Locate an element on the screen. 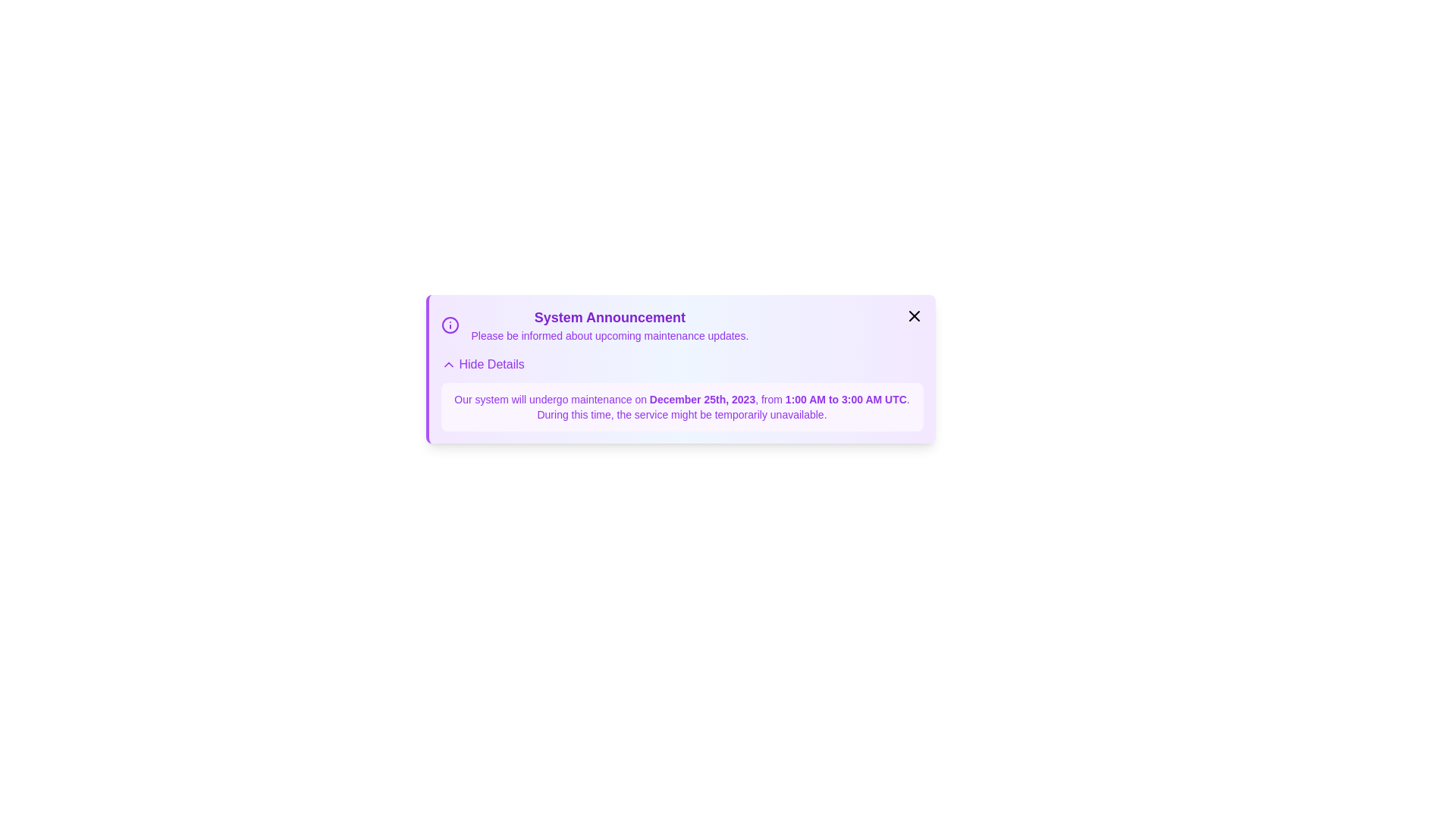 The height and width of the screenshot is (819, 1456). the Close button represented by the 'X' mark in the top-right corner of the notification box is located at coordinates (913, 315).